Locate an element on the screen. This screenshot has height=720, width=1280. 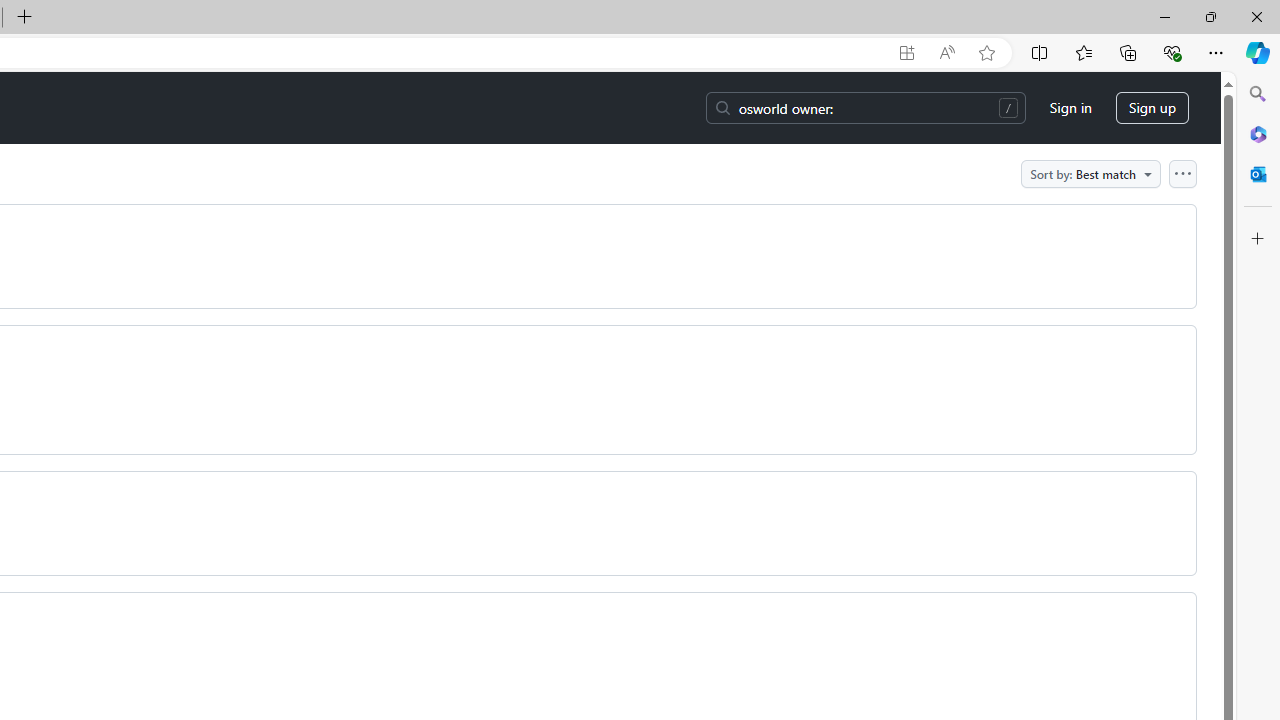
'Open column options' is located at coordinates (1182, 172).